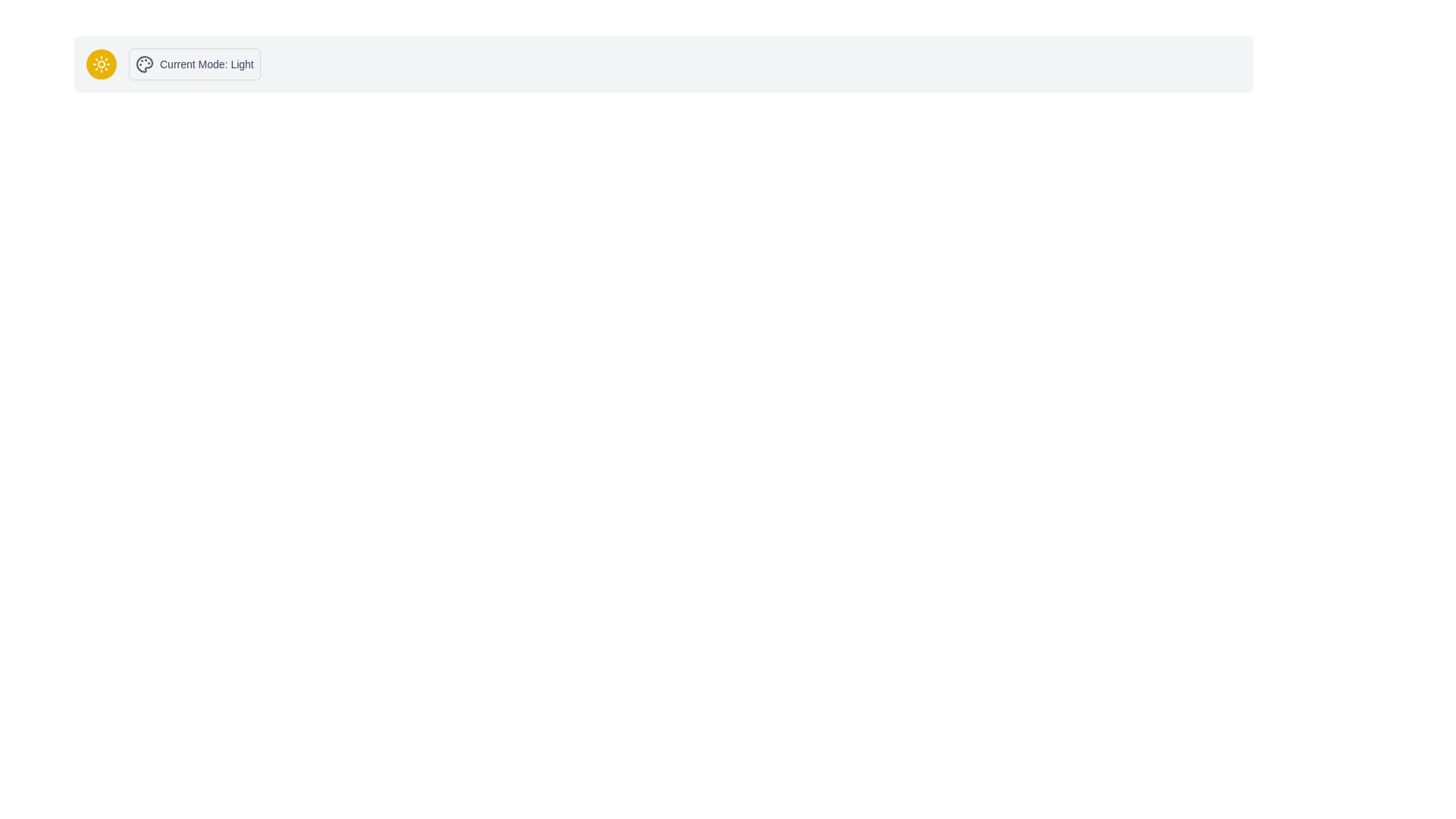 The height and width of the screenshot is (819, 1456). I want to click on the Text Label that indicates the current mode of the system, which is currently set to 'Light', so click(206, 63).